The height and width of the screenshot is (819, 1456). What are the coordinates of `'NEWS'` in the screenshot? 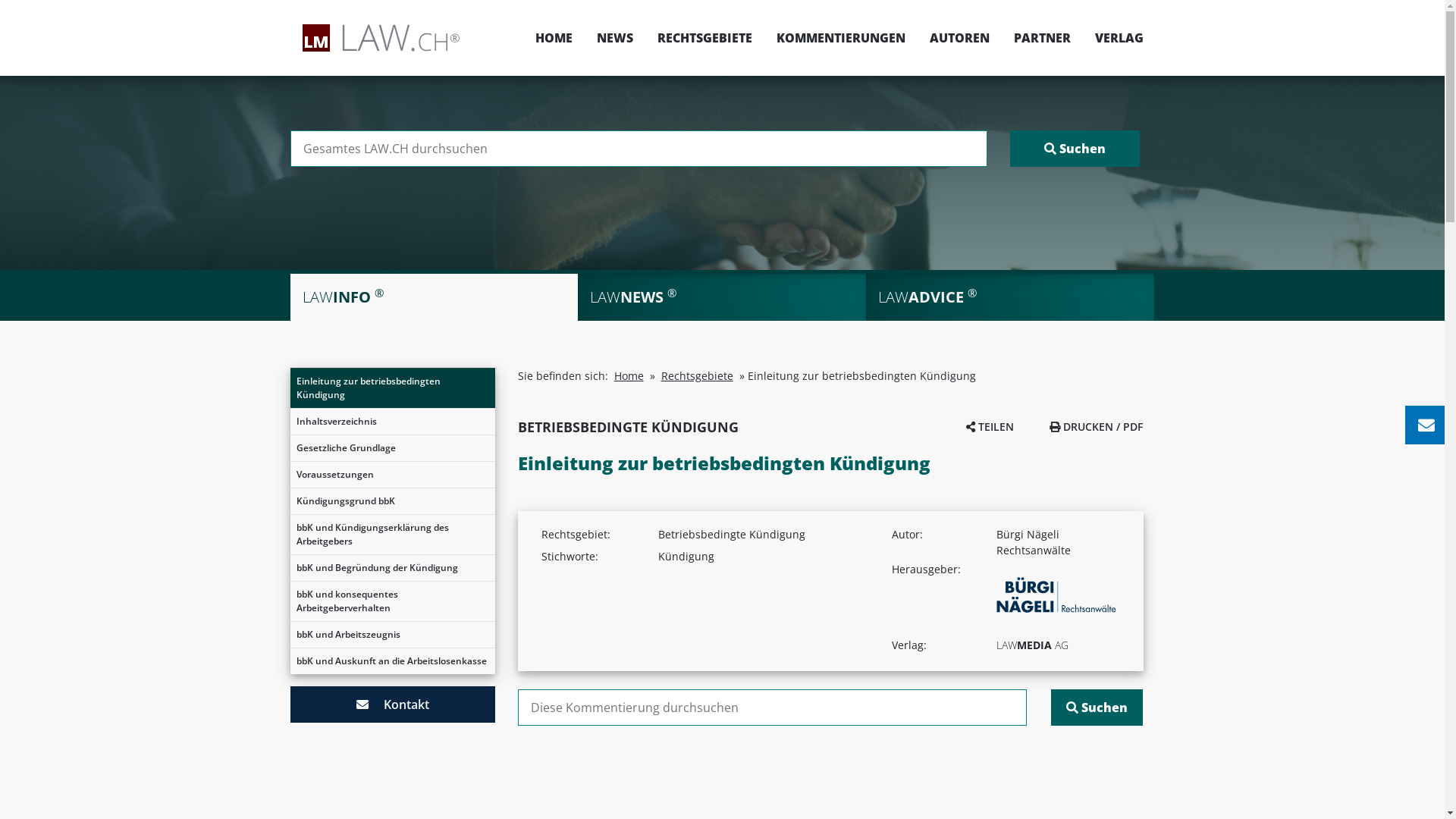 It's located at (614, 37).